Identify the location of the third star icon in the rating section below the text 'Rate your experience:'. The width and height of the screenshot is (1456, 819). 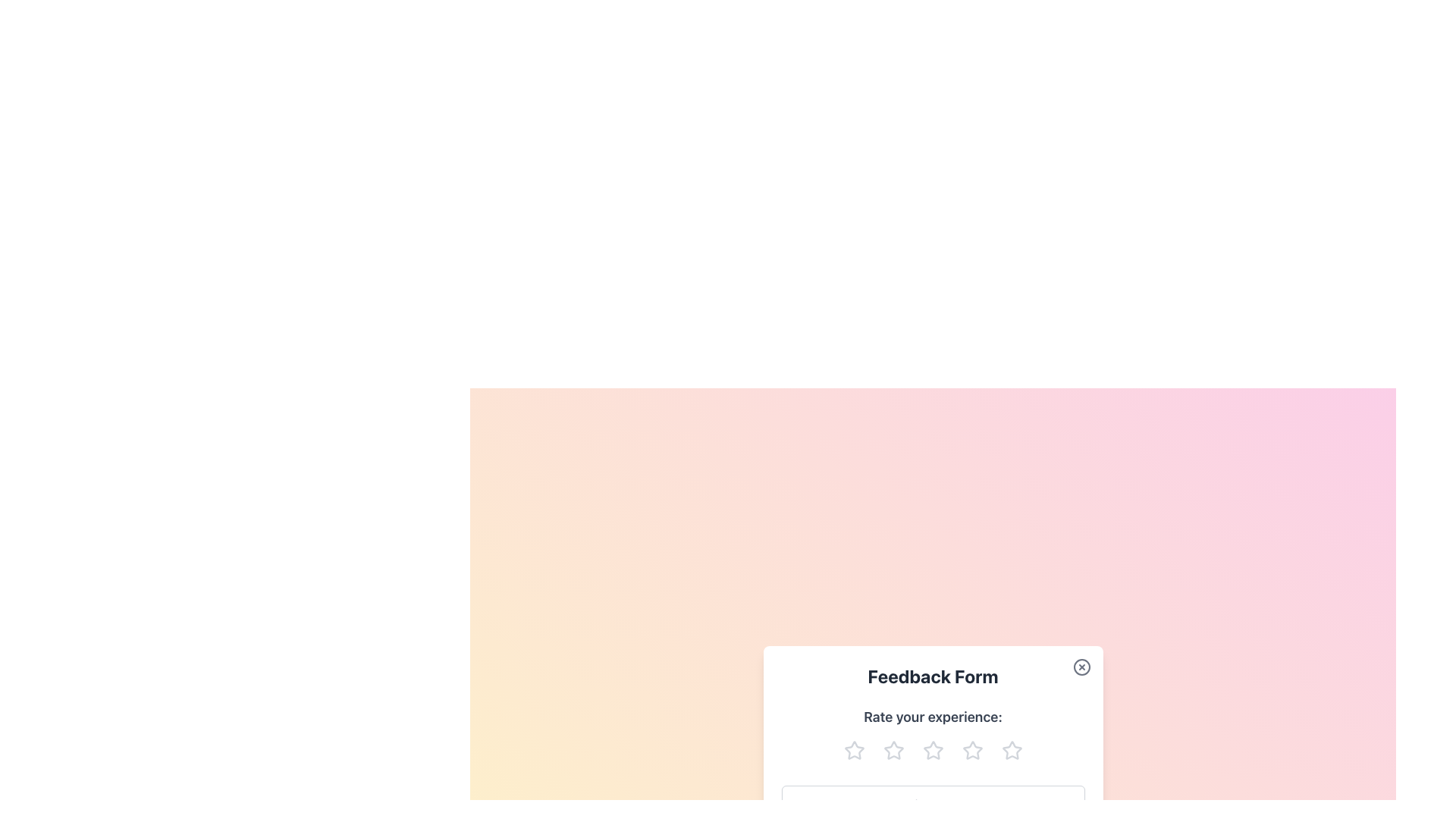
(932, 749).